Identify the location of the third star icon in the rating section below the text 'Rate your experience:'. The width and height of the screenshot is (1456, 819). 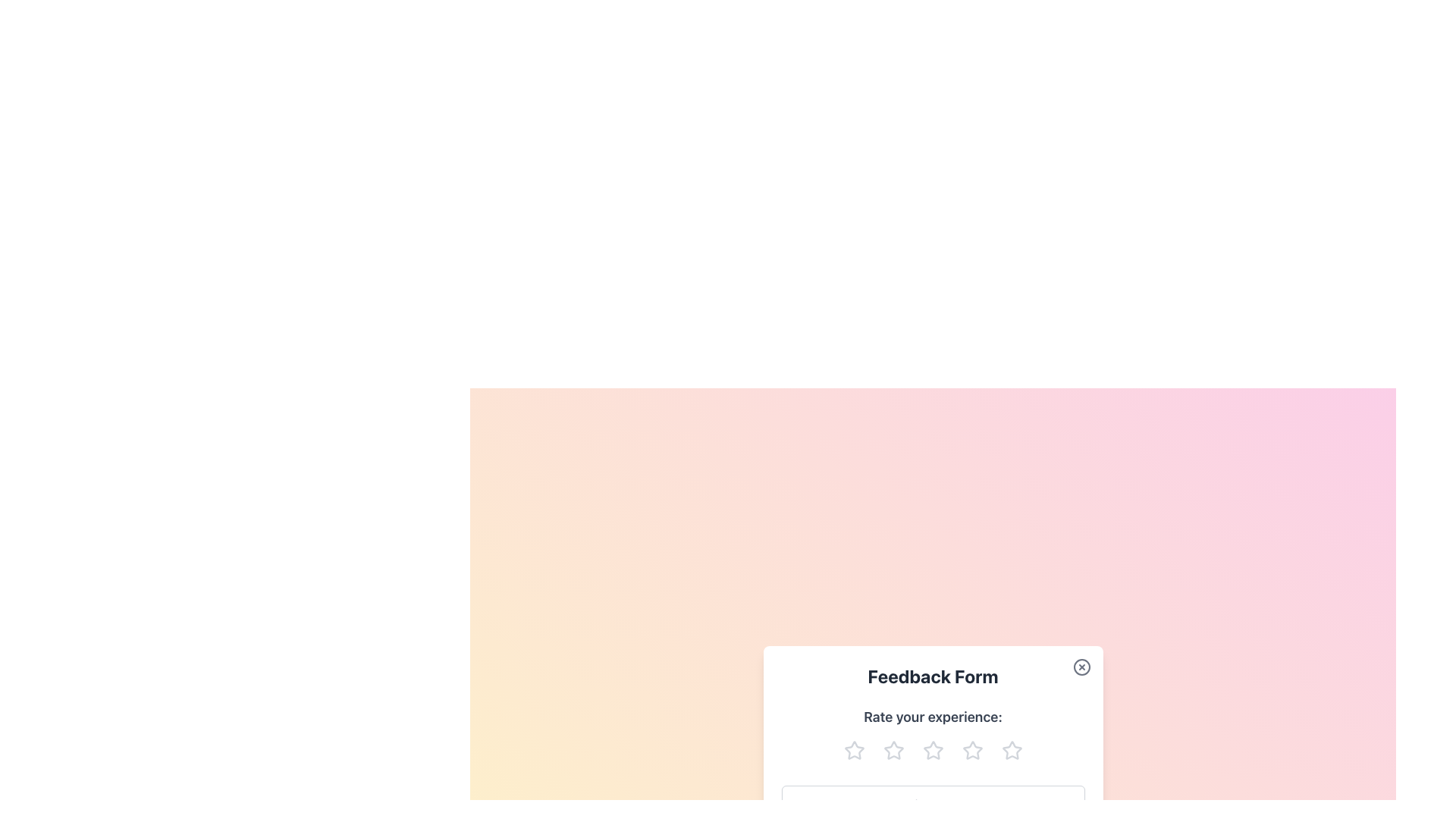
(932, 749).